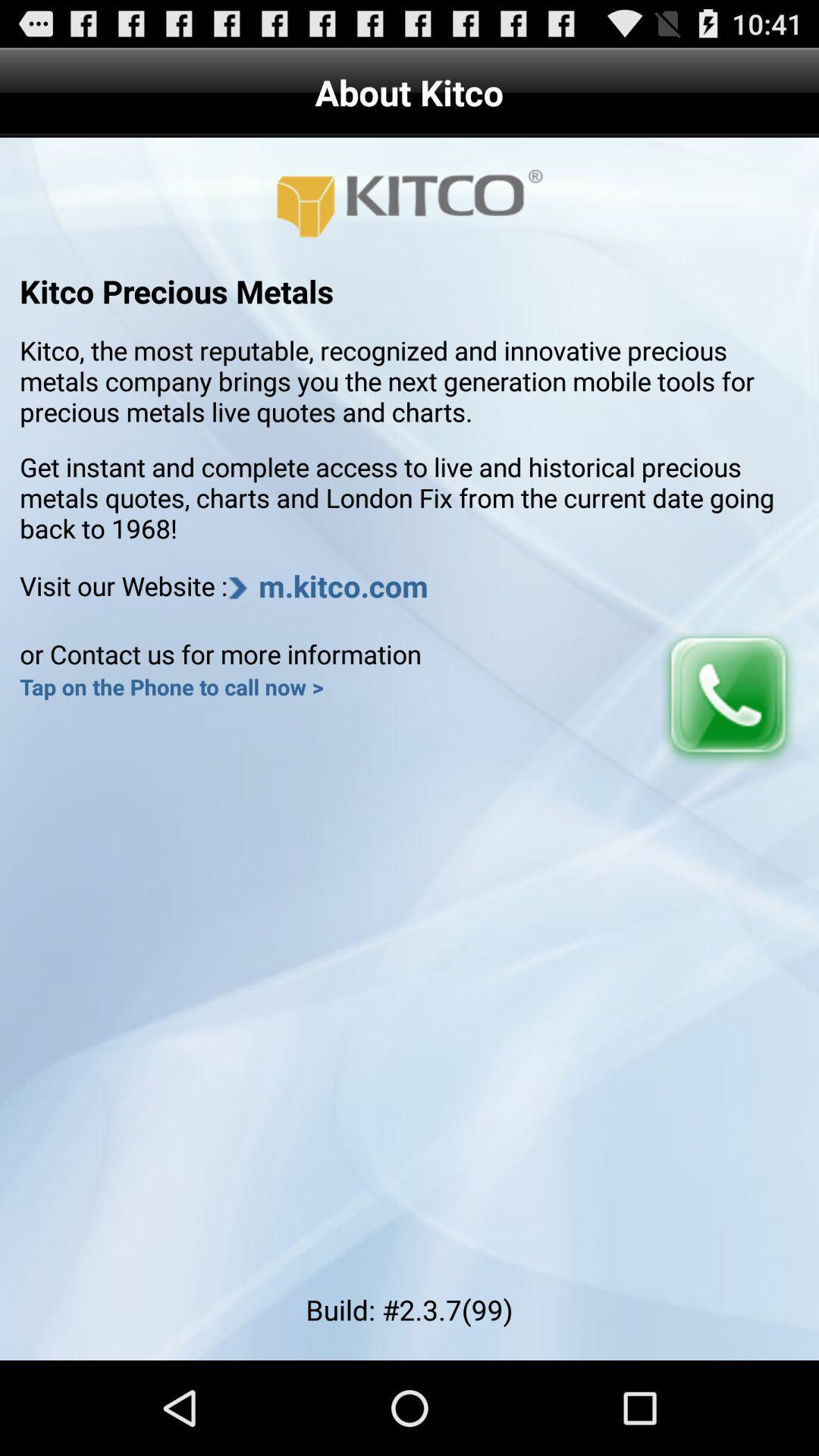 The width and height of the screenshot is (819, 1456). What do you see at coordinates (727, 745) in the screenshot?
I see `the call icon` at bounding box center [727, 745].